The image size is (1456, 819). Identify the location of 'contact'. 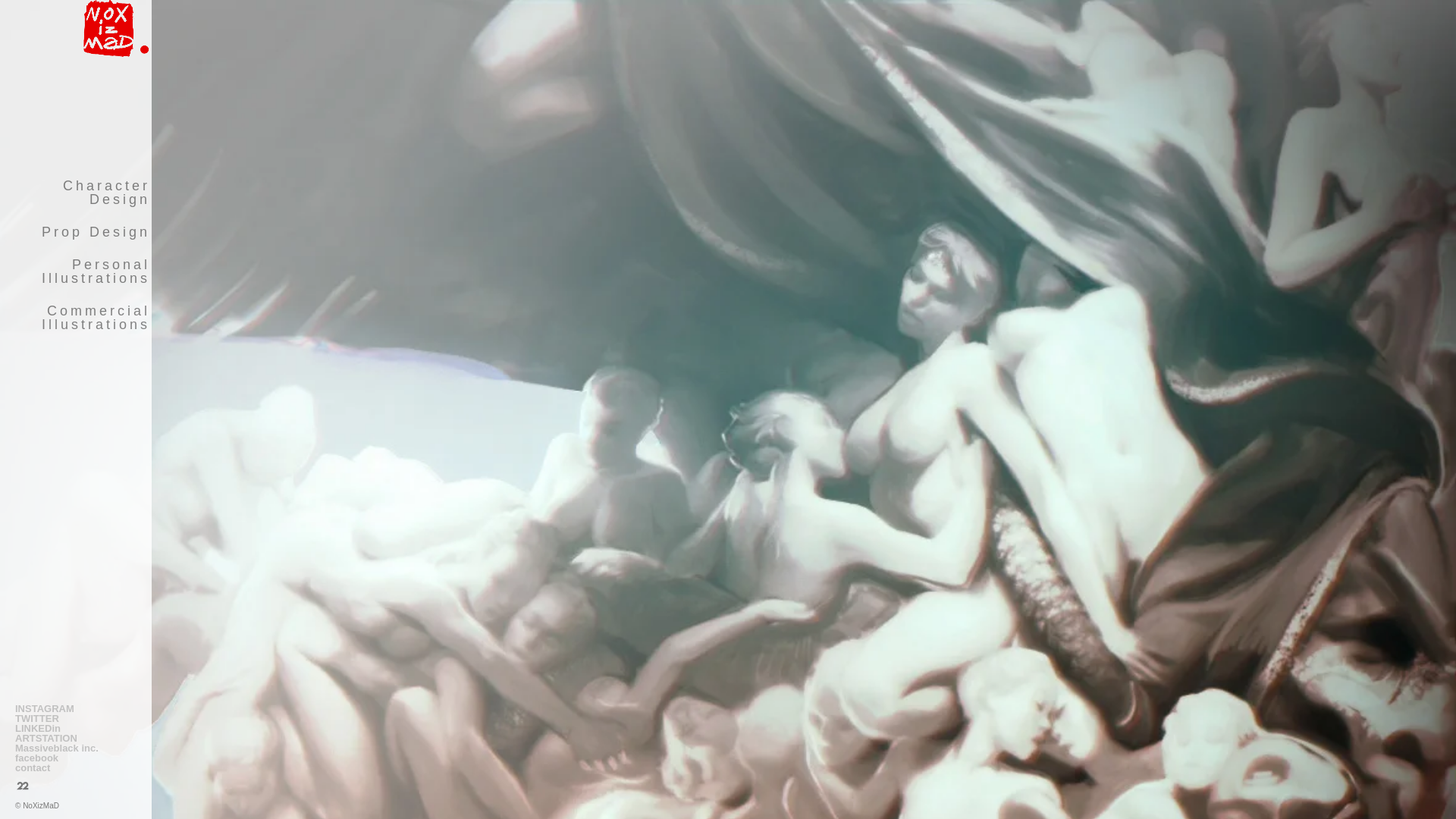
(75, 767).